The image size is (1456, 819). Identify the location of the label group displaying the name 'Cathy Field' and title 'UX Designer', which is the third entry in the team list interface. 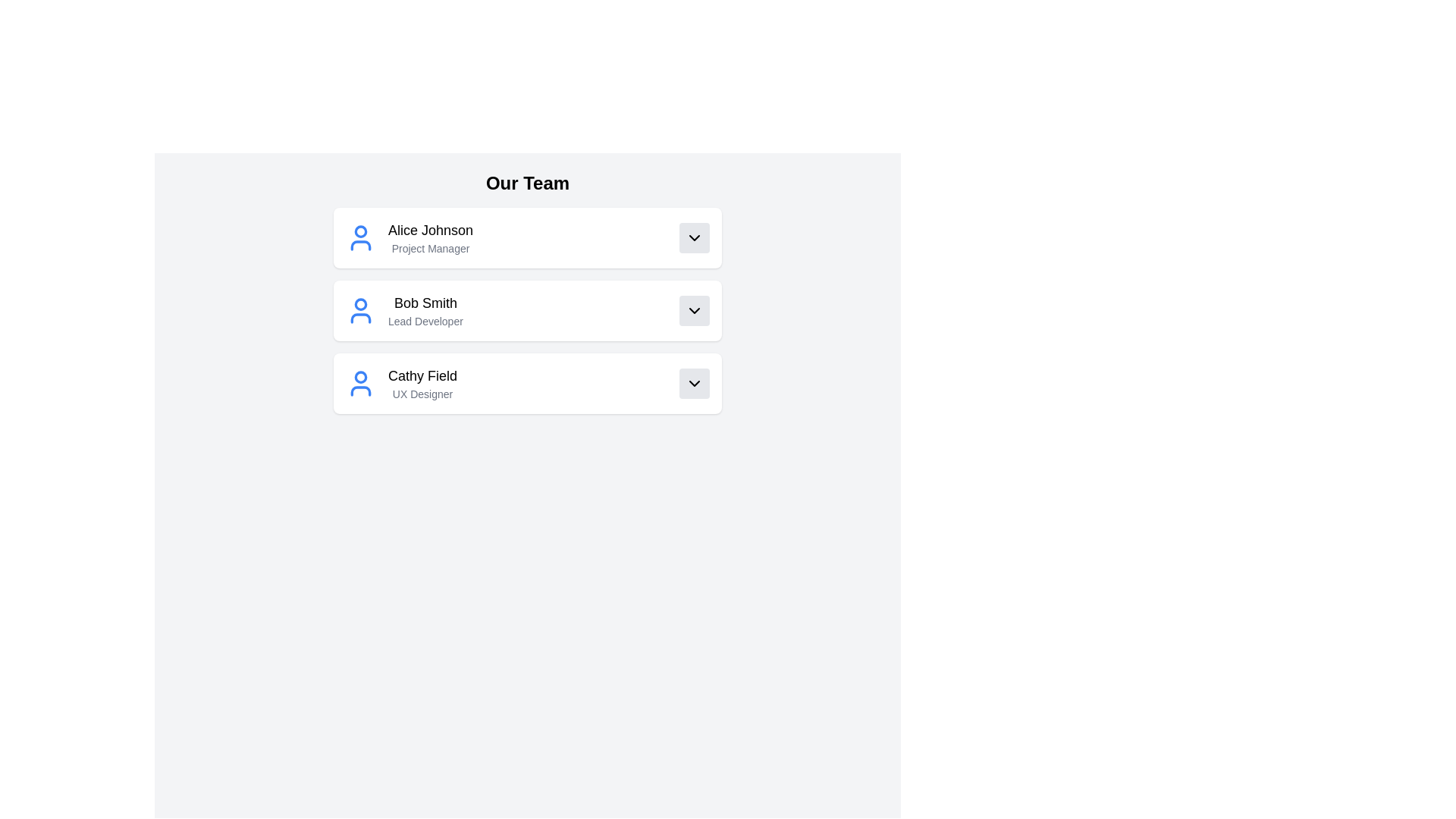
(401, 382).